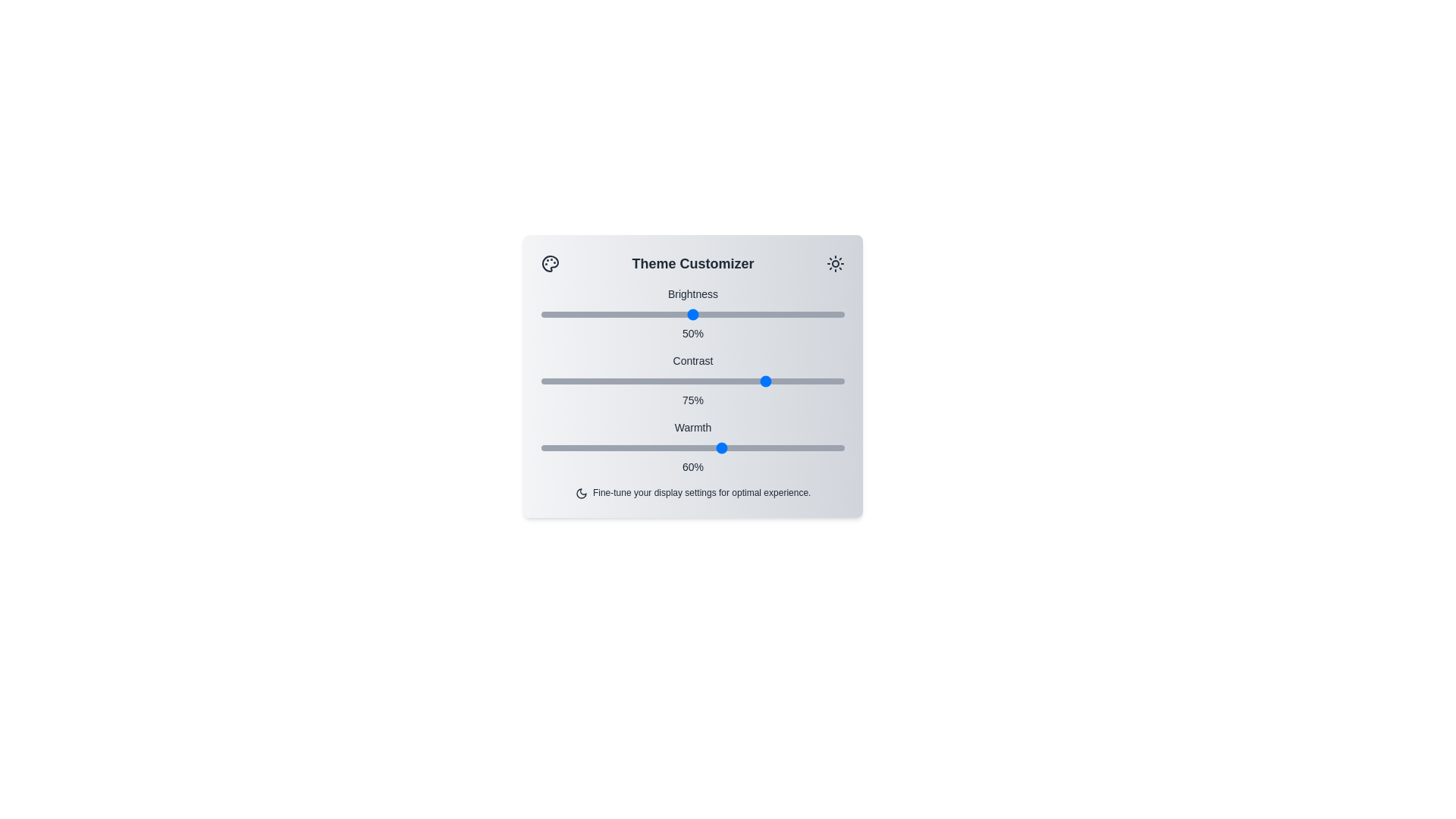 The image size is (1456, 819). Describe the element at coordinates (692, 380) in the screenshot. I see `the slider for contrast` at that location.